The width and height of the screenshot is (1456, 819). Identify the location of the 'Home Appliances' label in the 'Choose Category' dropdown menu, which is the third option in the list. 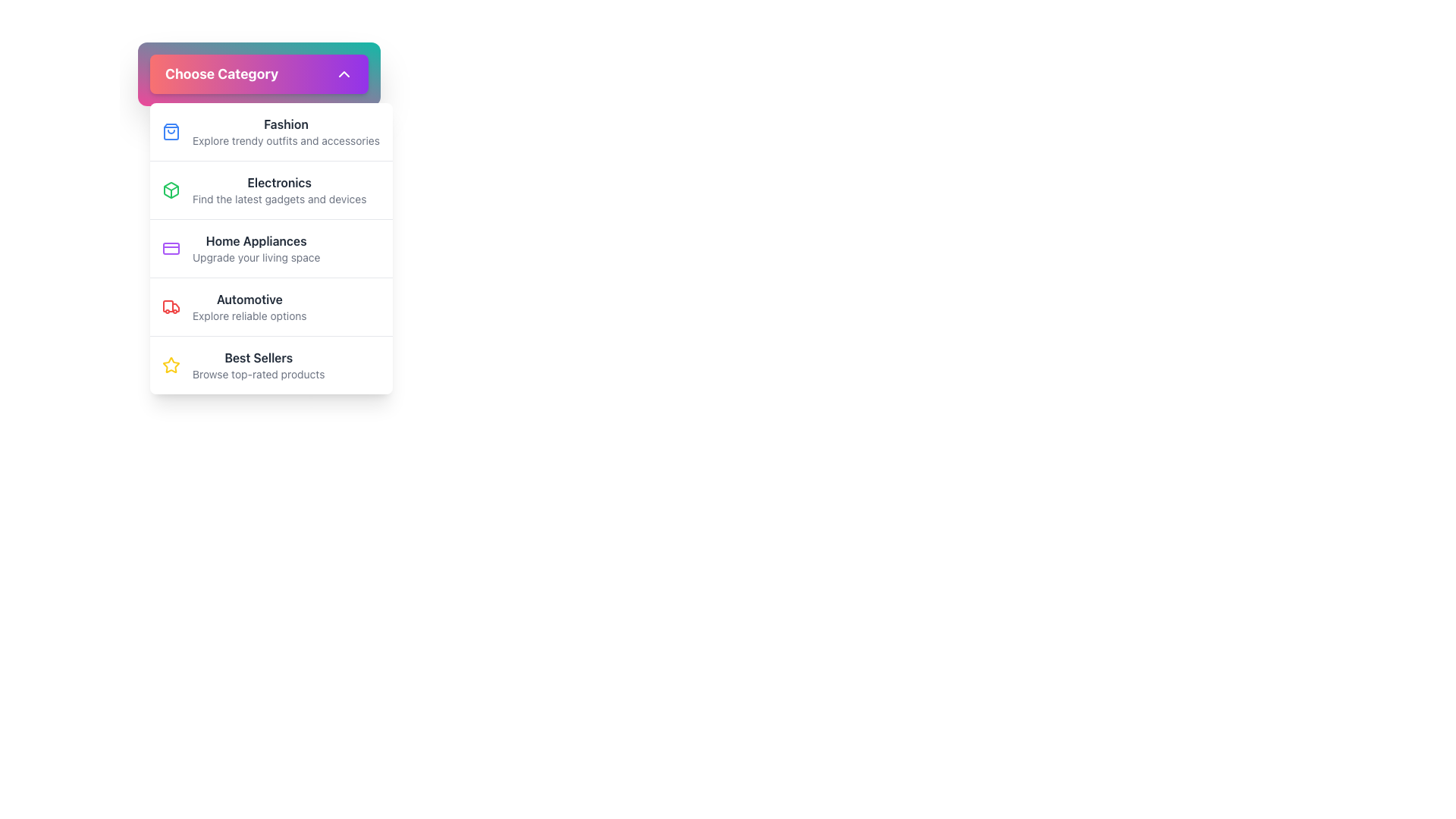
(256, 240).